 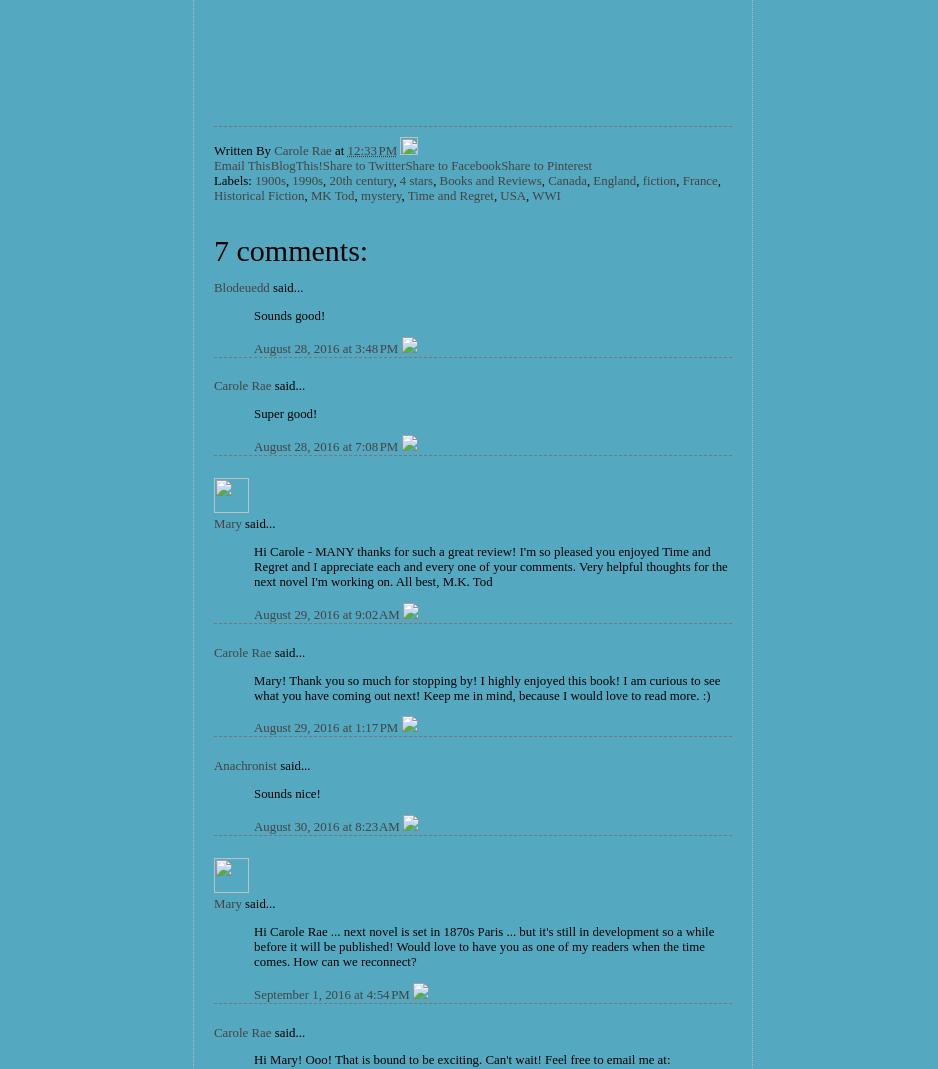 I want to click on 'August 29, 2016 at 1:17 PM', so click(x=326, y=726).